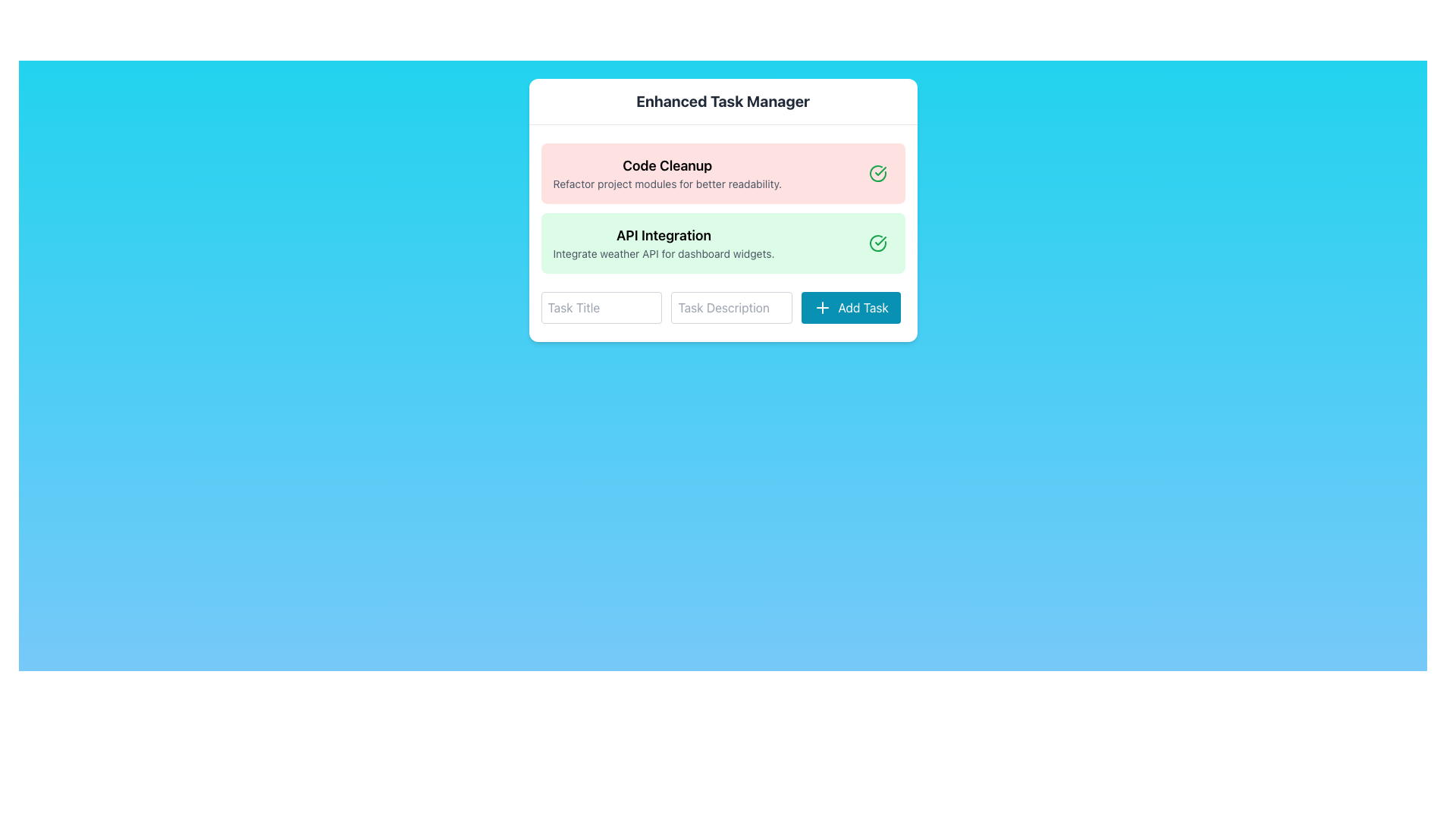 This screenshot has width=1456, height=819. Describe the element at coordinates (877, 242) in the screenshot. I see `the completion indicator icon located on the far right side of the 'API Integration' task card in the second row of the task list` at that location.